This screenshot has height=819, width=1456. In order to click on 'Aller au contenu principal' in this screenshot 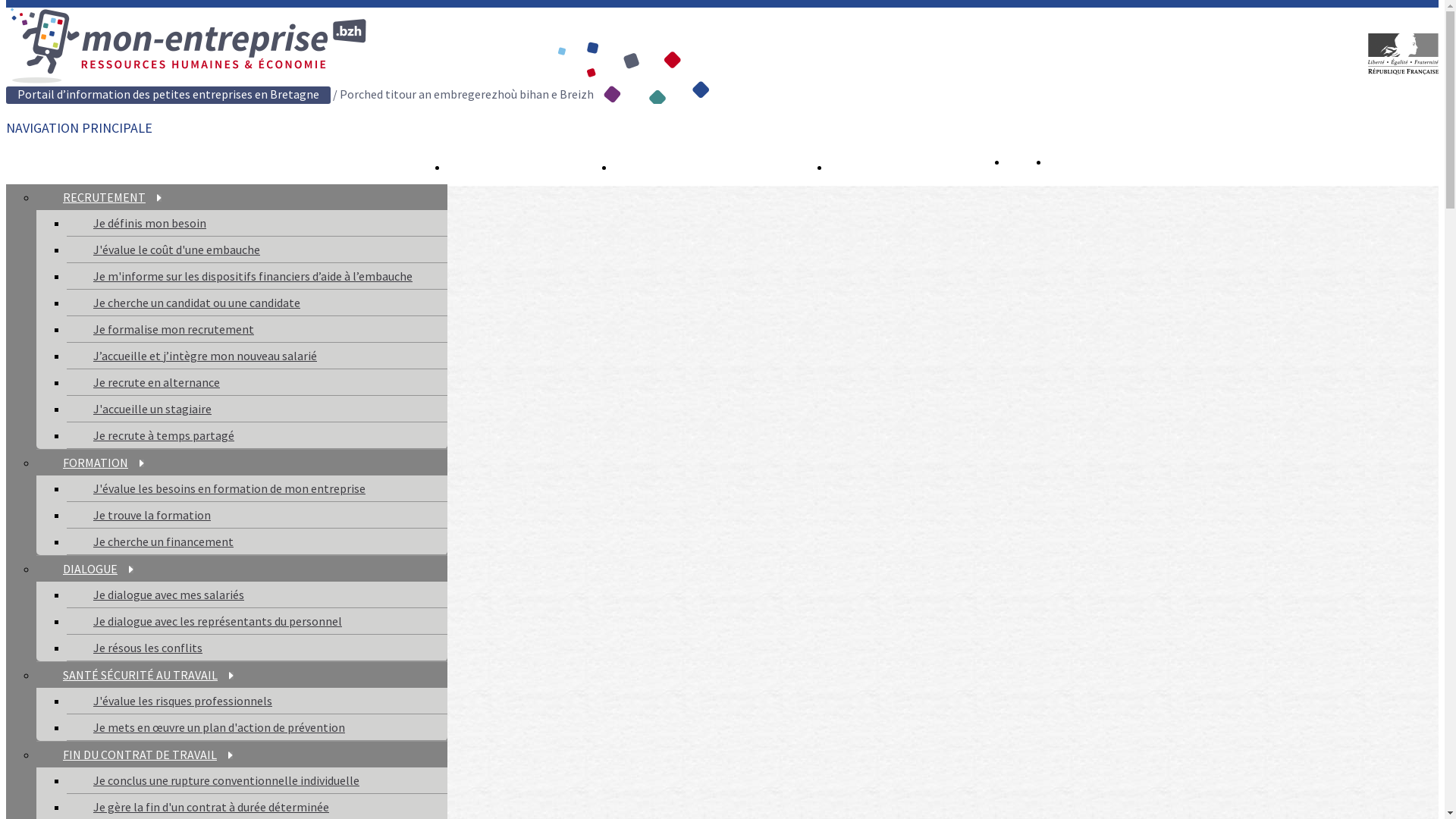, I will do `click(6, 8)`.